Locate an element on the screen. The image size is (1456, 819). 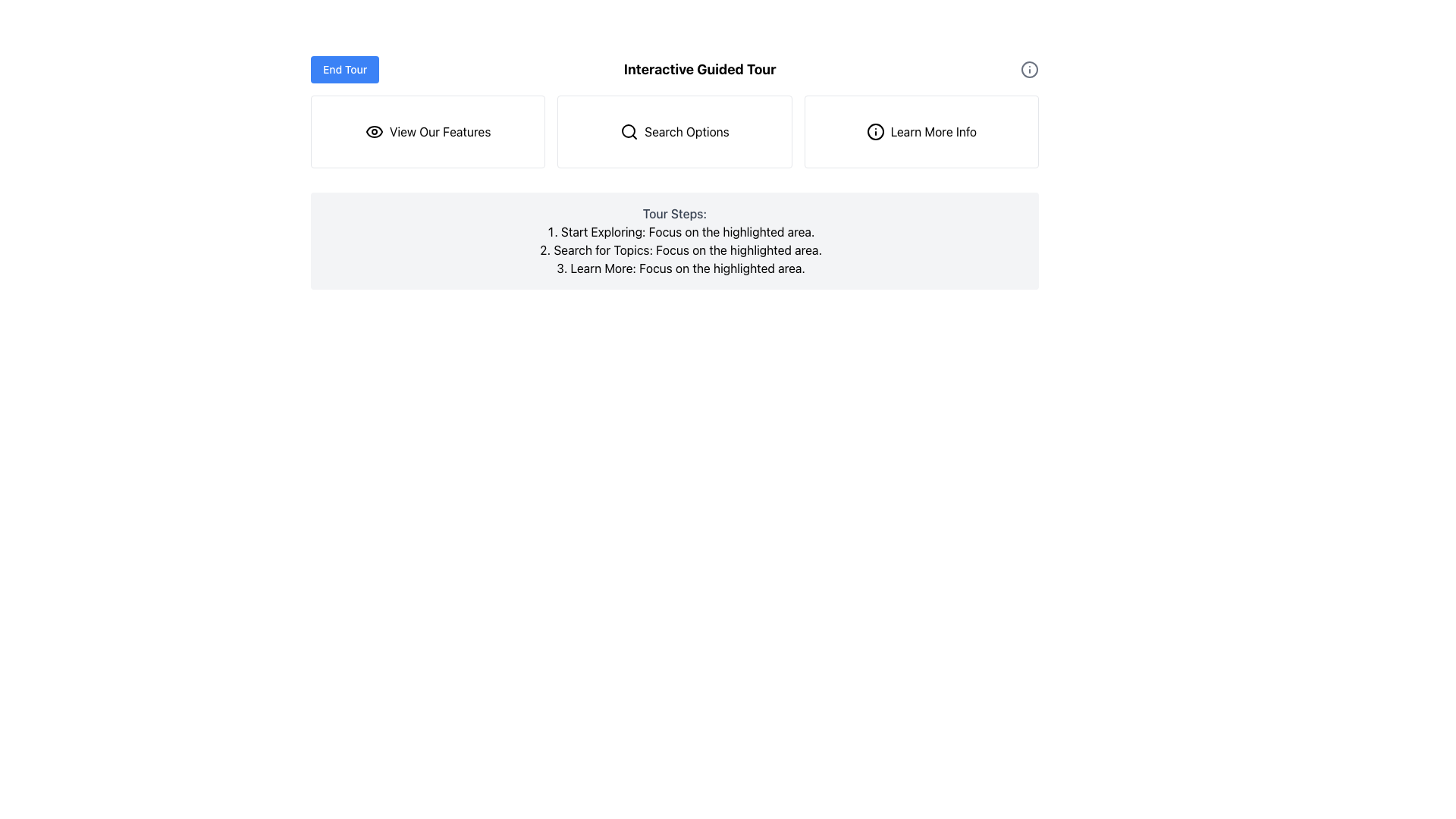
the third instructional text element in the 'Tour Steps' list, which provides guidance in a sequence of steps is located at coordinates (679, 268).